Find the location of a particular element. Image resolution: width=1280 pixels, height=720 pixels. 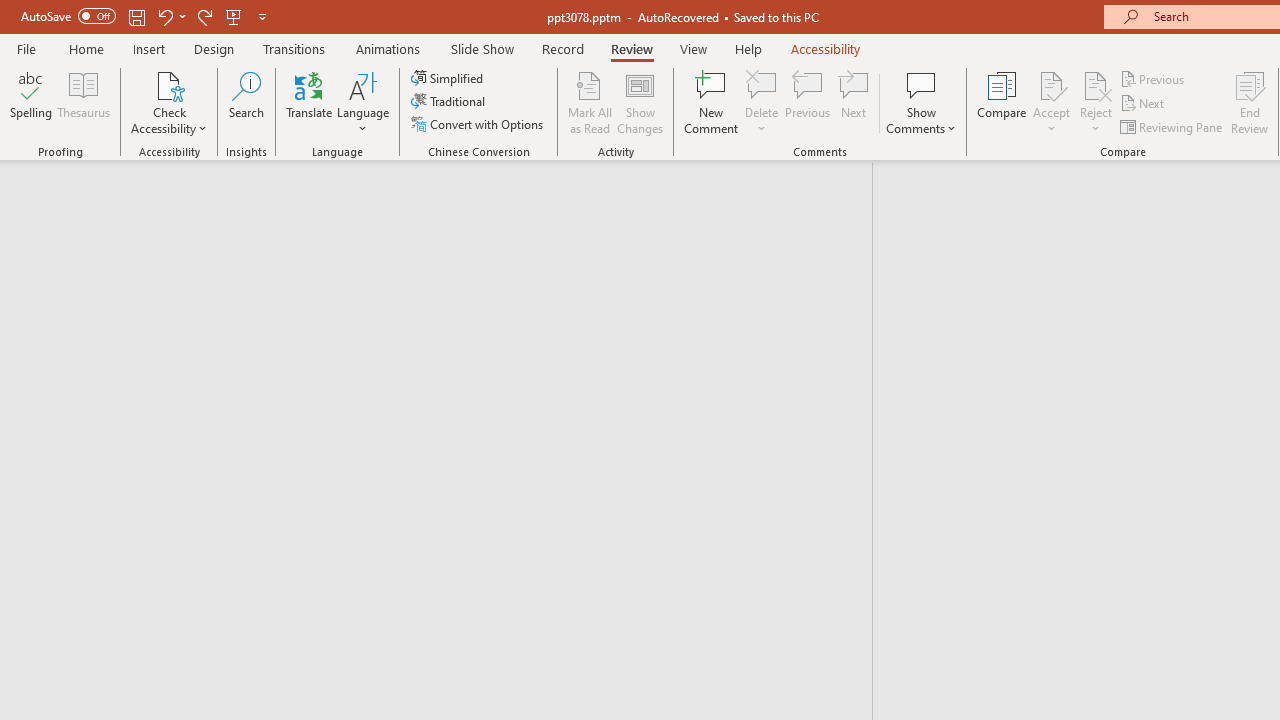

'Language' is located at coordinates (363, 103).